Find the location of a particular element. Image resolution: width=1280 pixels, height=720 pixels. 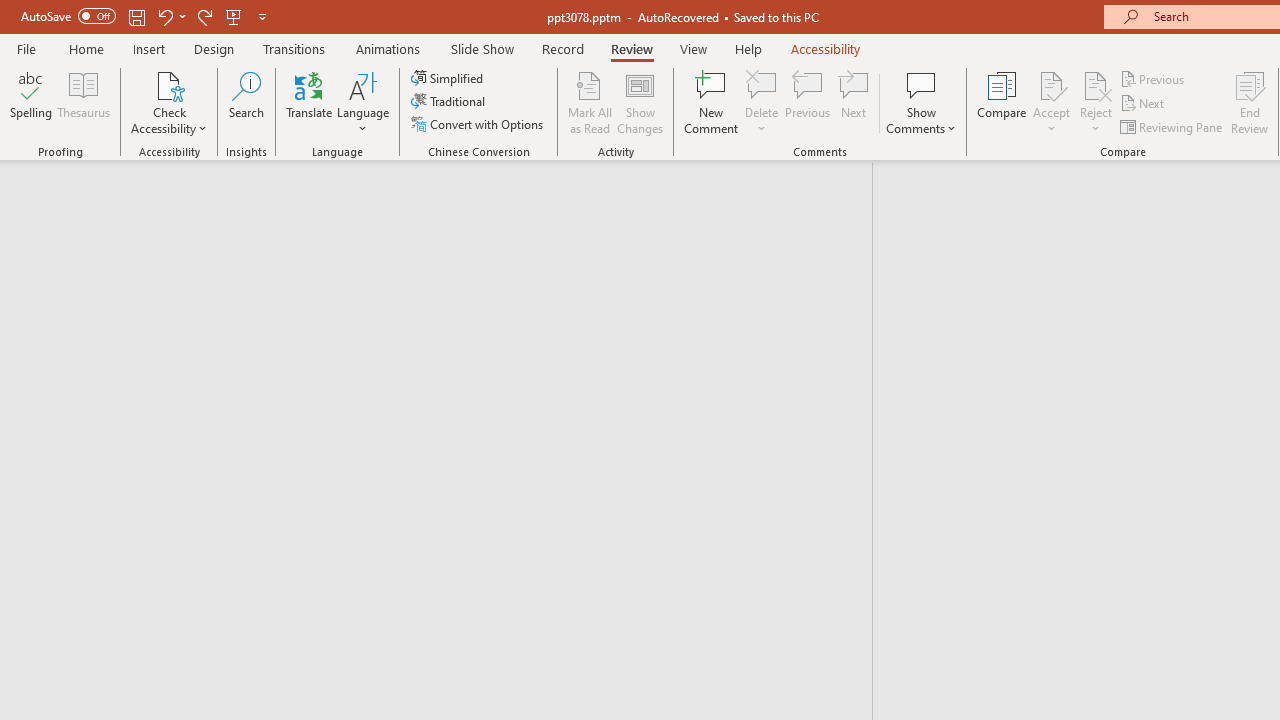

'Language' is located at coordinates (363, 103).